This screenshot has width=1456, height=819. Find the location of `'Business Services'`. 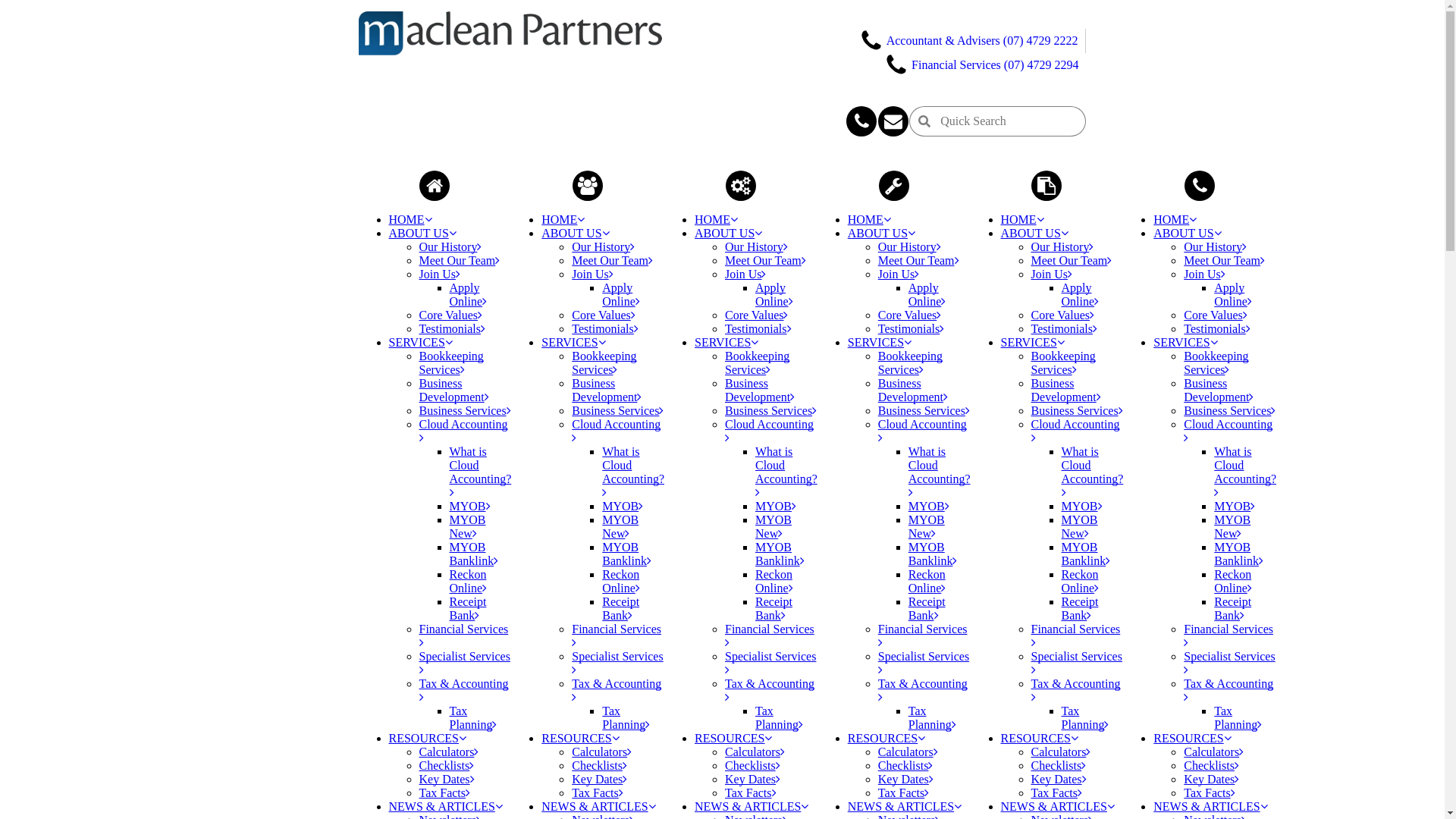

'Business Services' is located at coordinates (1076, 410).